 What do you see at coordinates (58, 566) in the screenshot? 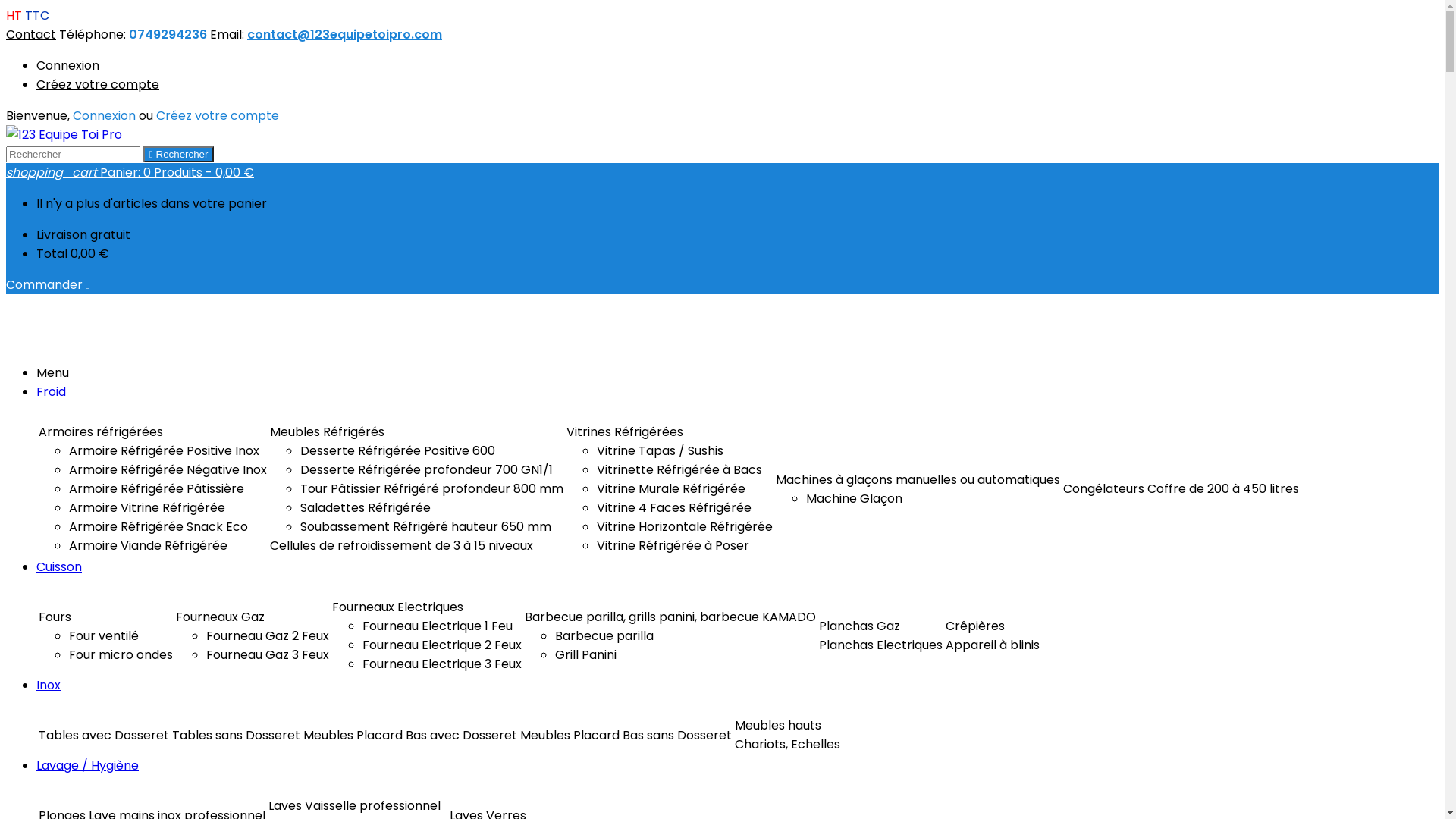
I see `'Cuisson'` at bounding box center [58, 566].